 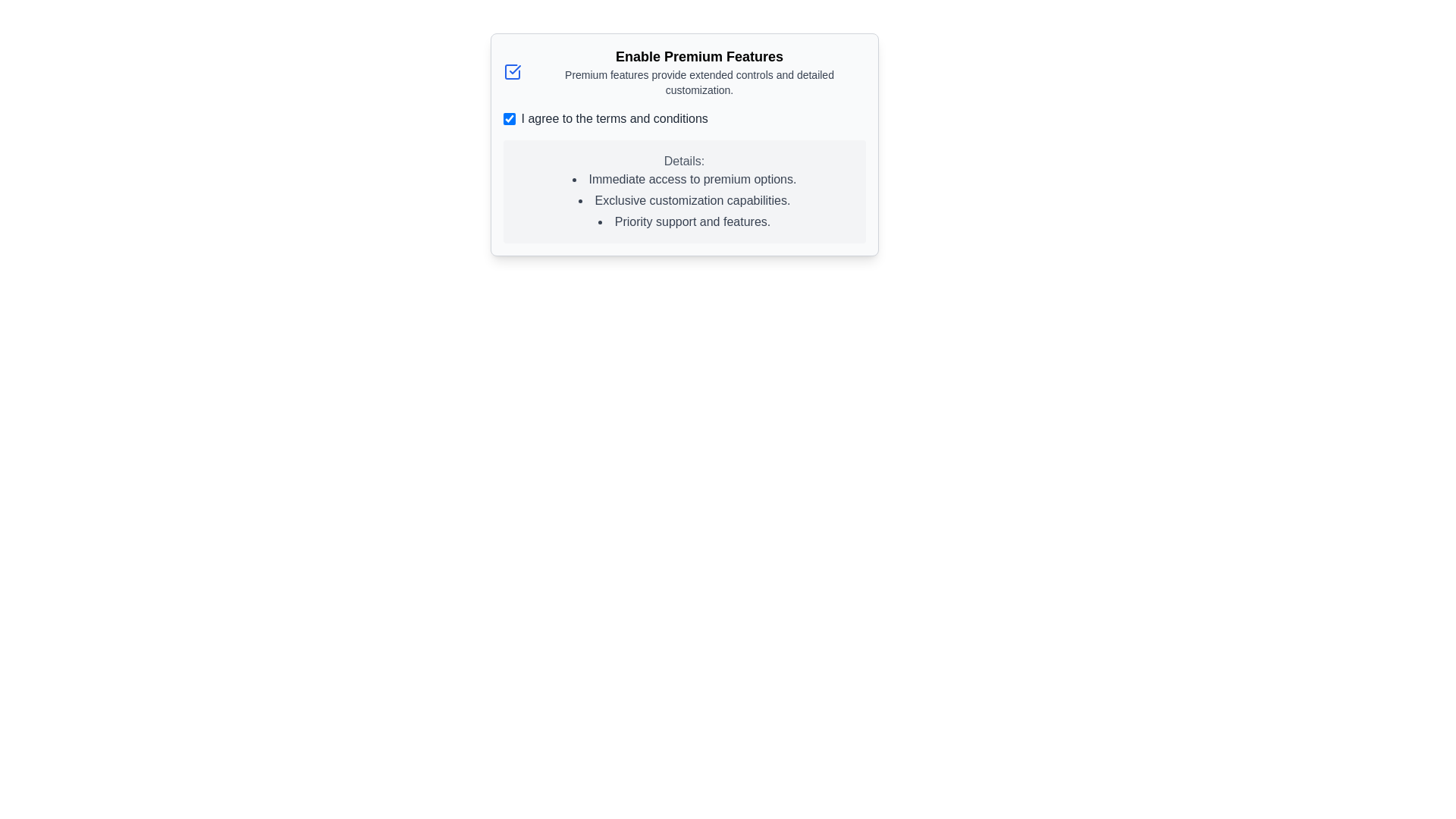 What do you see at coordinates (683, 118) in the screenshot?
I see `the agreement acknowledgment checkbox located beneath the 'Enable Premium Features' title` at bounding box center [683, 118].